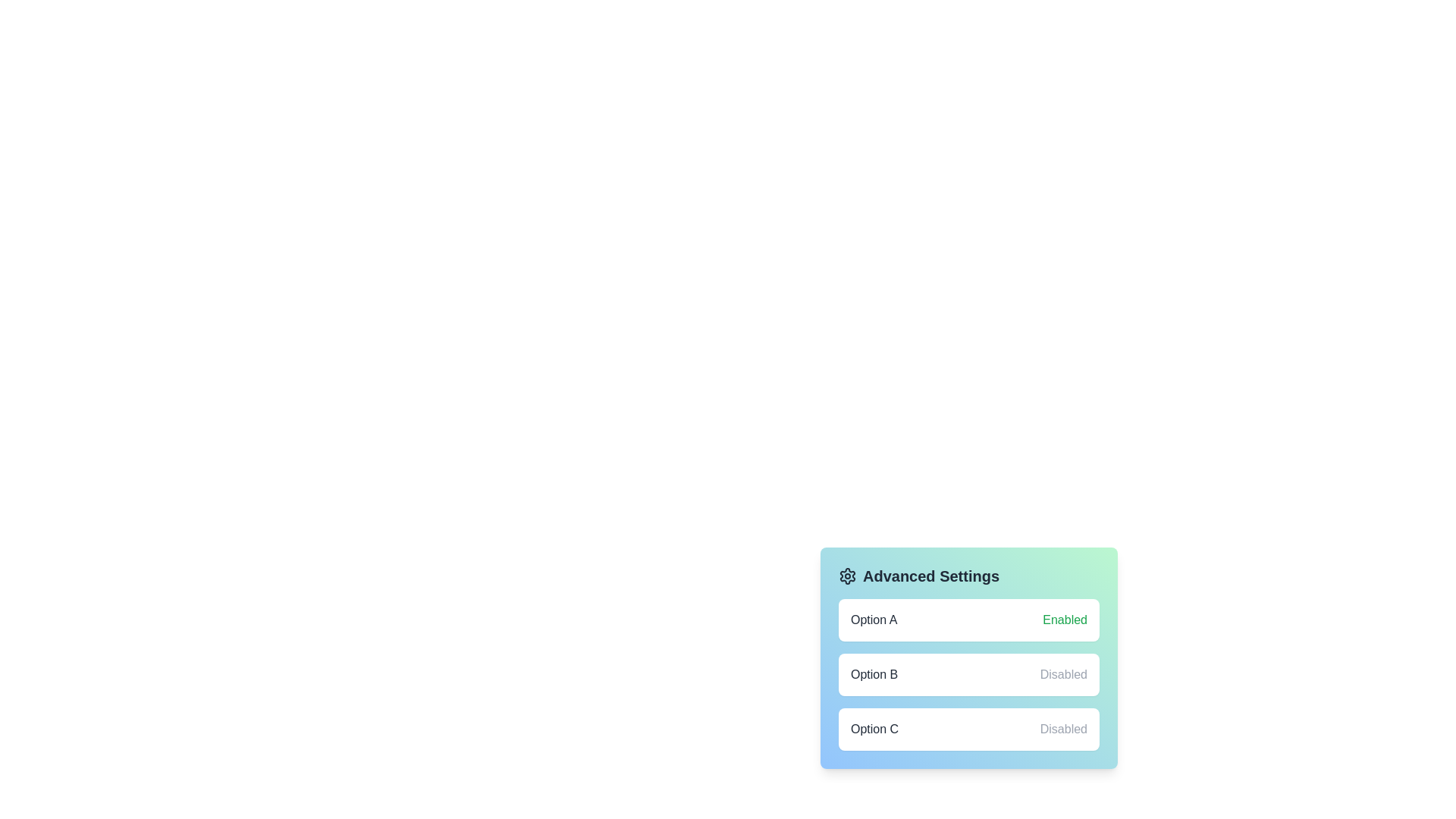 This screenshot has width=1456, height=819. What do you see at coordinates (847, 576) in the screenshot?
I see `the settings icon next to the title 'Advanced Settings'` at bounding box center [847, 576].